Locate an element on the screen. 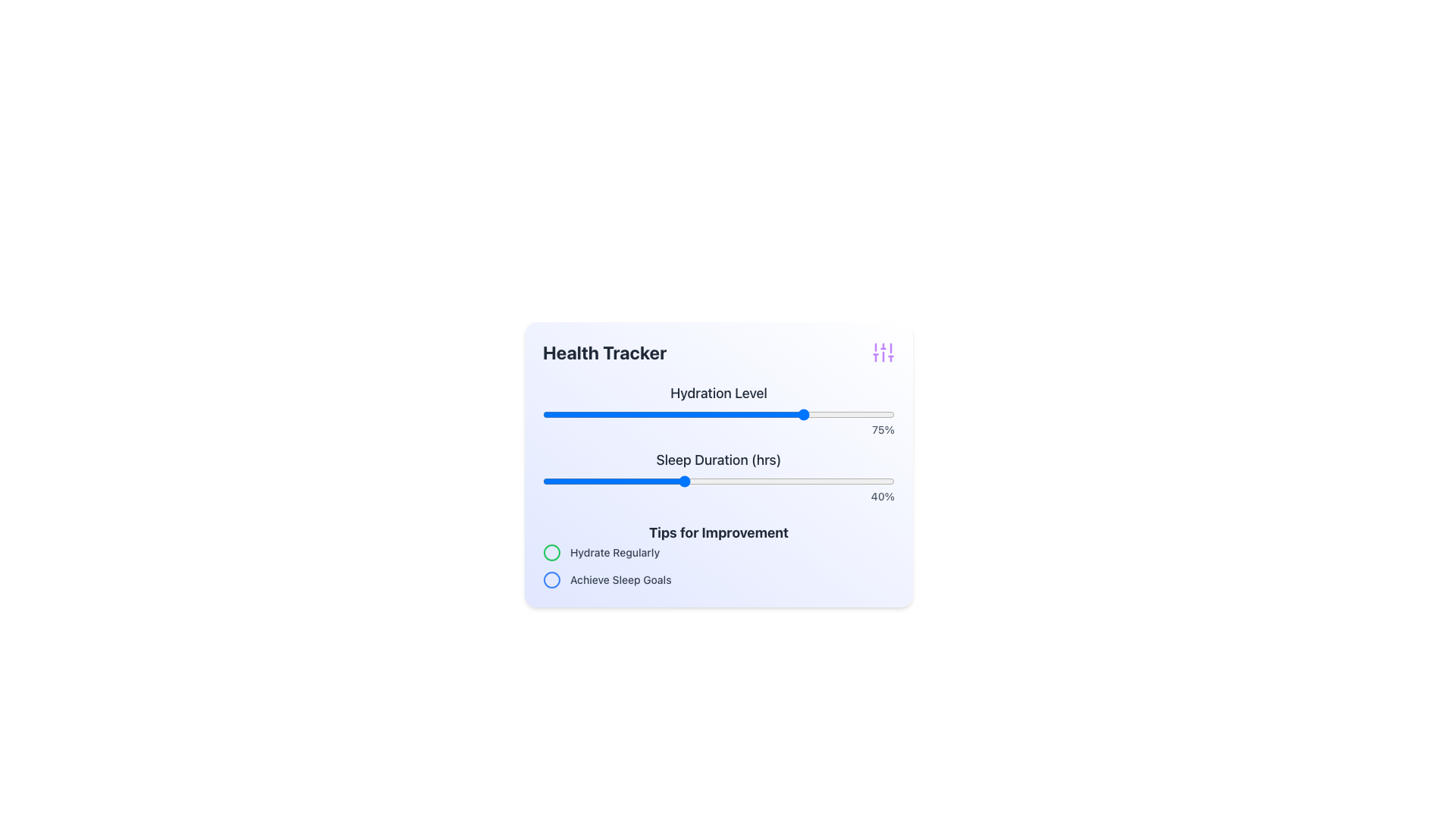 The image size is (1456, 819). the hydration level is located at coordinates (718, 415).